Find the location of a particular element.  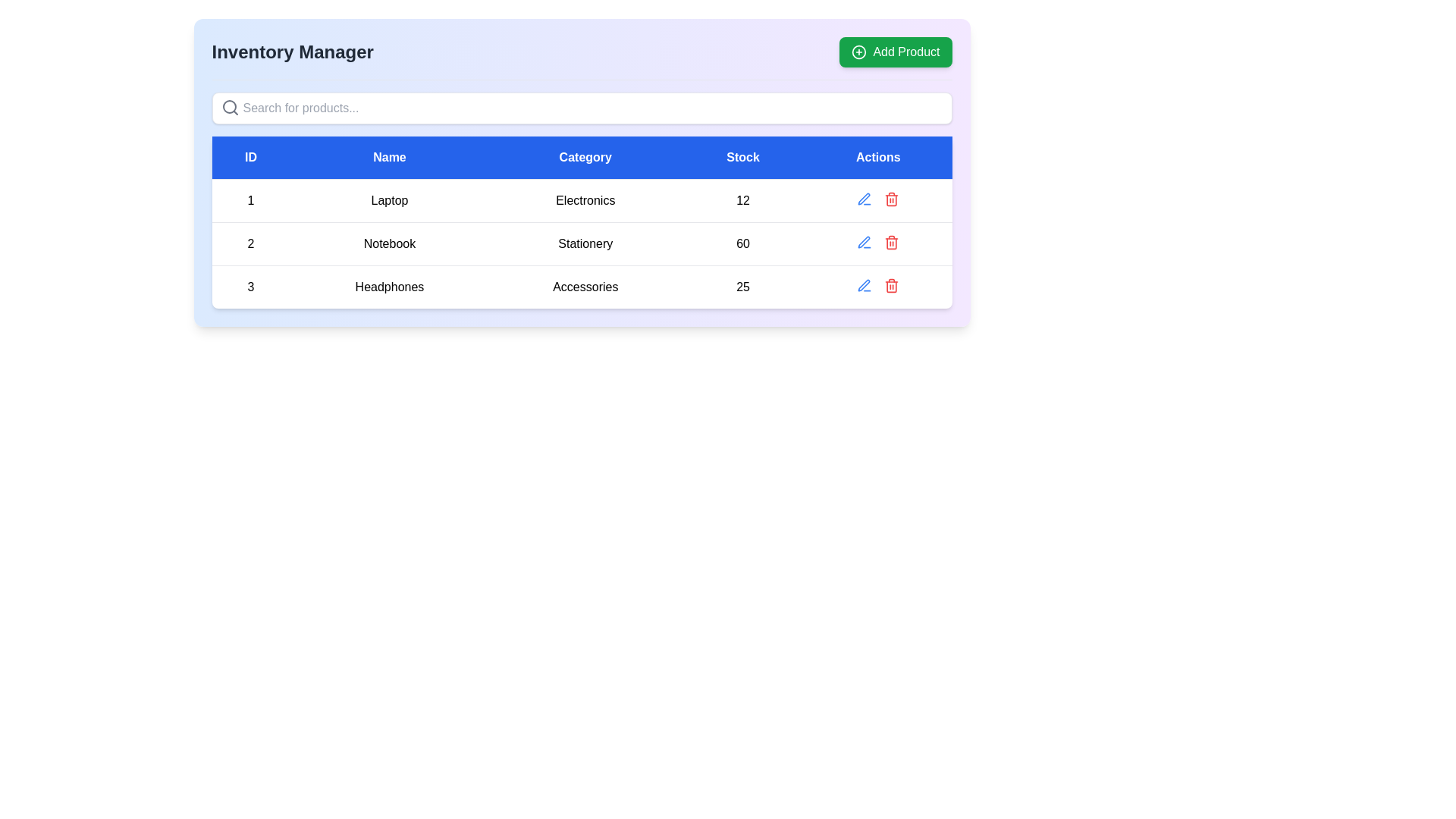

the circular graphic element of the magnifying glass icon, which is centered within the icon located in the upper-left corner of the search bar is located at coordinates (228, 106).